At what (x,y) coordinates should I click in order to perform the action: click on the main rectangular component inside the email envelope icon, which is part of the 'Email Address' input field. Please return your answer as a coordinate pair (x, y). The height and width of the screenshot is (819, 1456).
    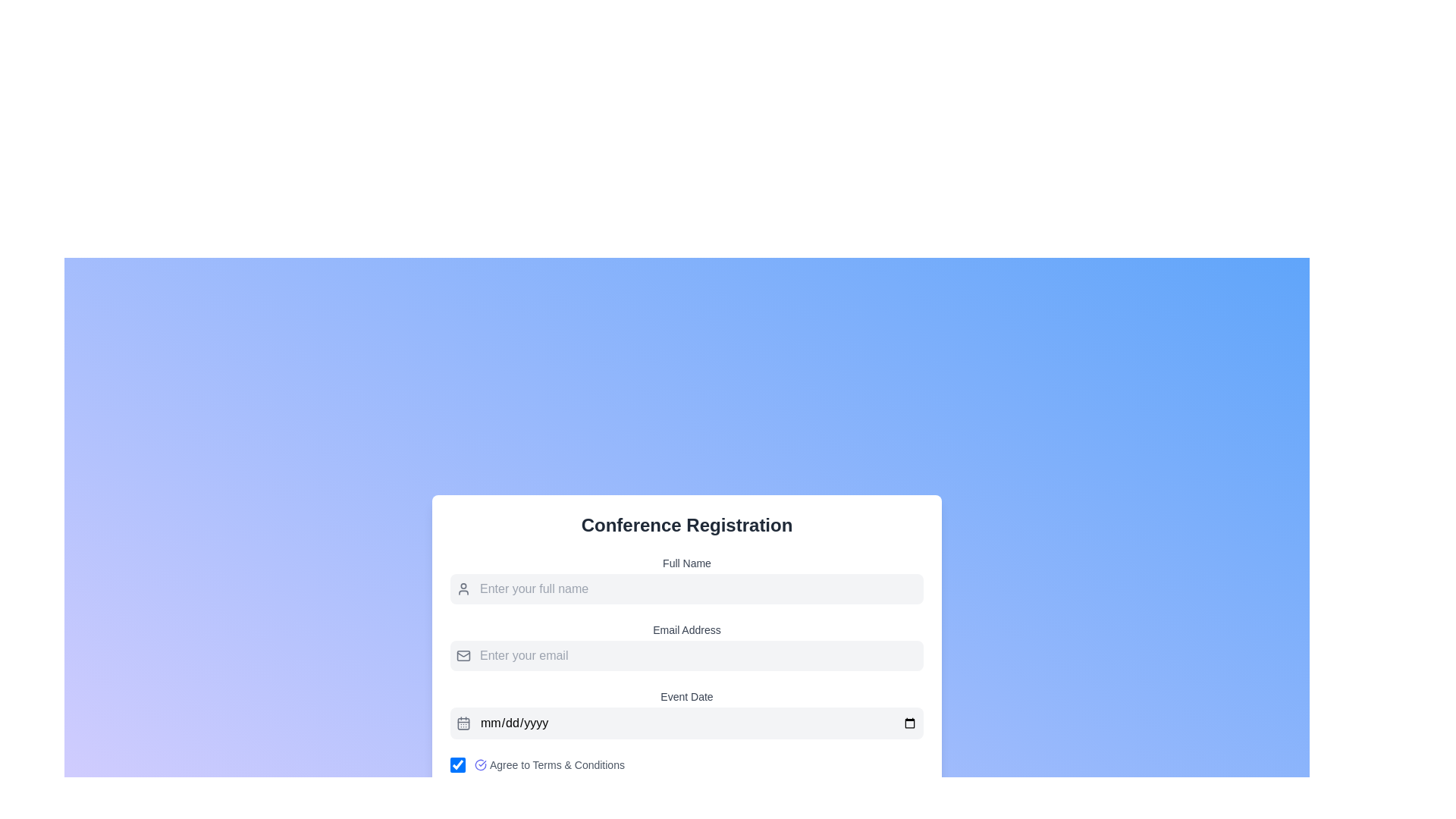
    Looking at the image, I should click on (463, 654).